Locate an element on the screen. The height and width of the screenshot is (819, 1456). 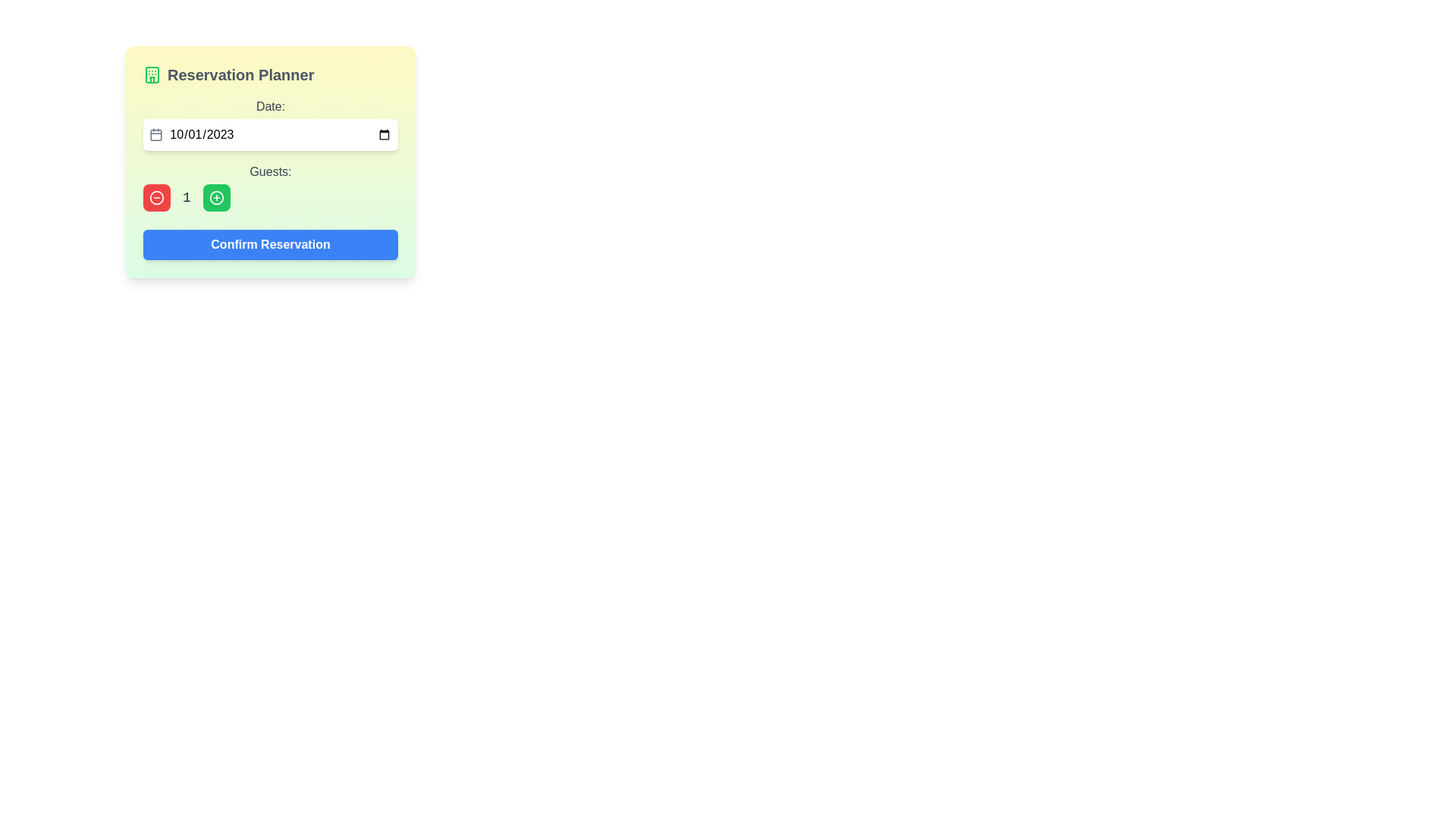
the static text displaying the number '1', which is styled in gray and is located between the red minus button and the green plus button in the 'Reservation Planner' interface is located at coordinates (186, 197).